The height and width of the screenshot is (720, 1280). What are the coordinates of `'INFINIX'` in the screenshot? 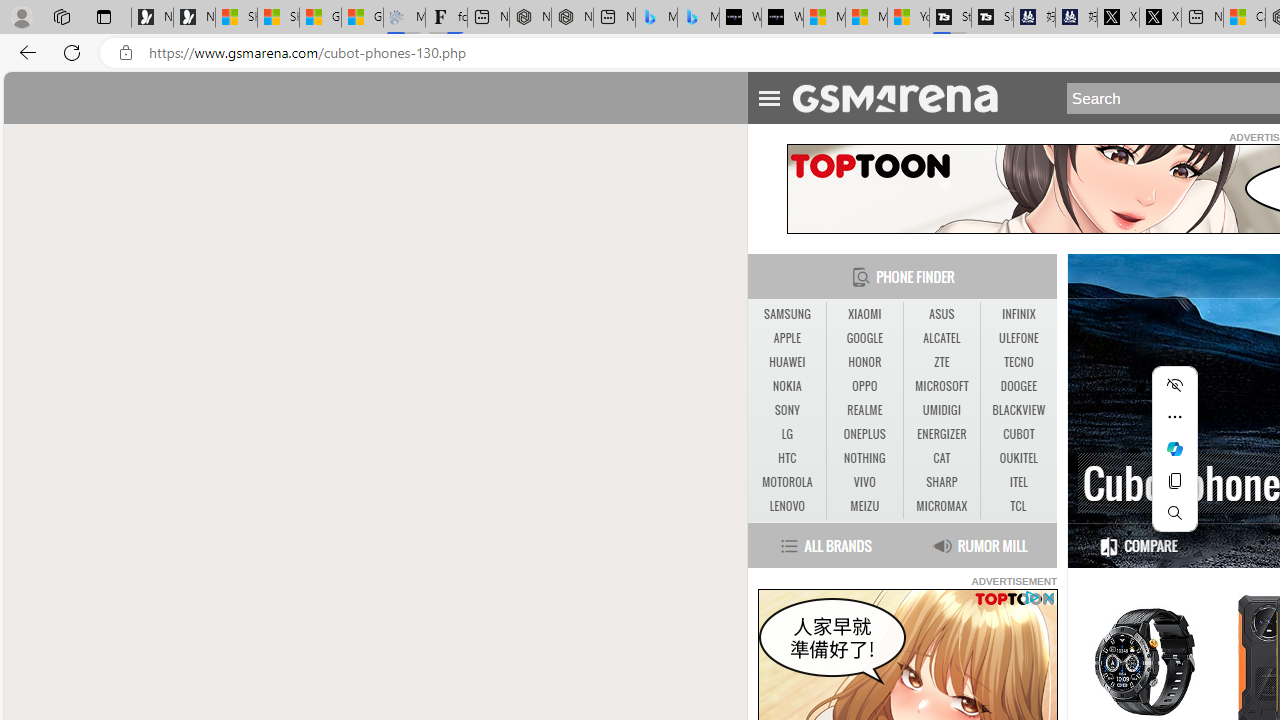 It's located at (1018, 315).